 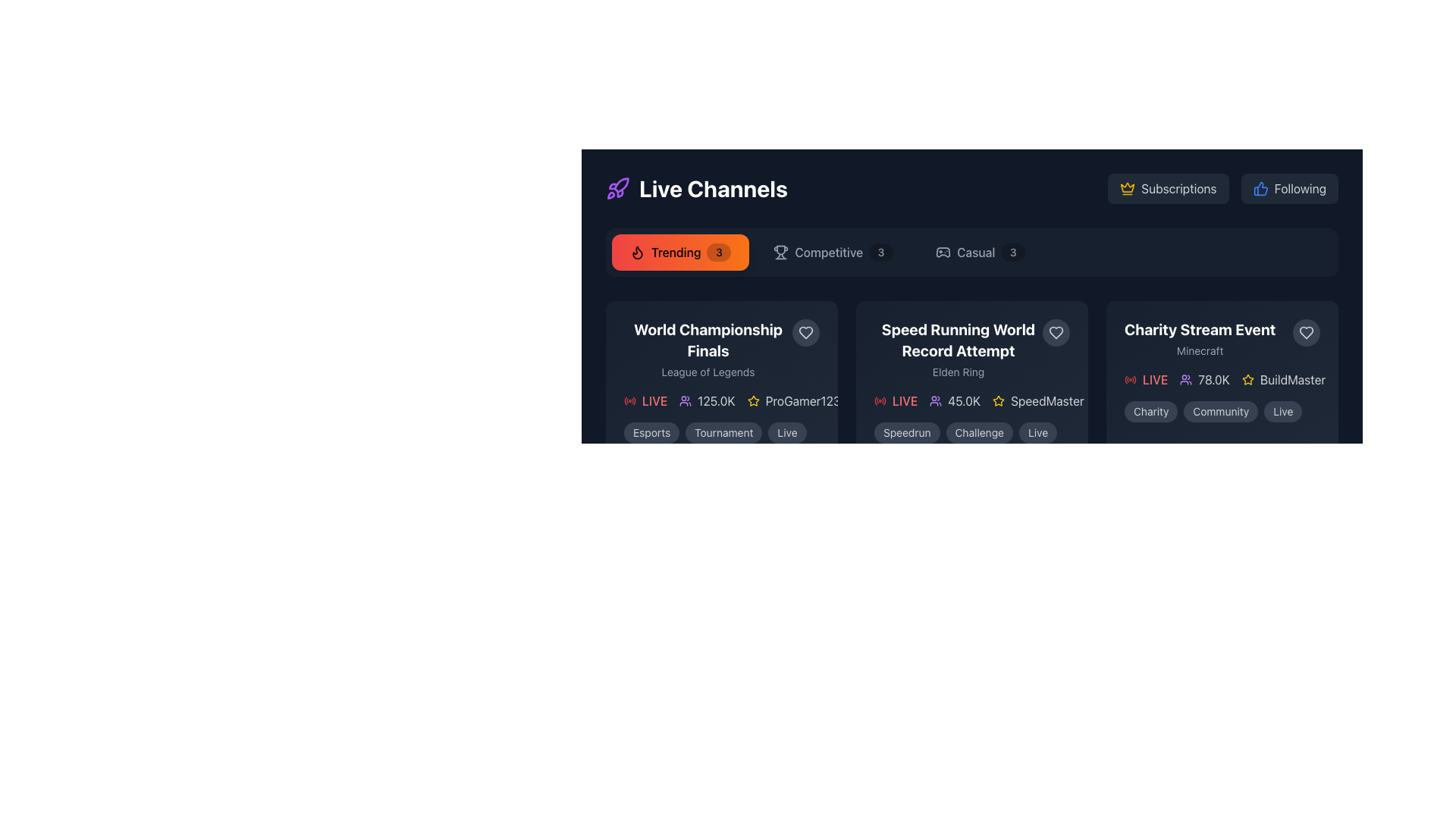 What do you see at coordinates (805, 332) in the screenshot?
I see `the circular button with a dark gray background and a heart-shaped icon, located in the upper-right corner of the 'World Championship Finals' card` at bounding box center [805, 332].